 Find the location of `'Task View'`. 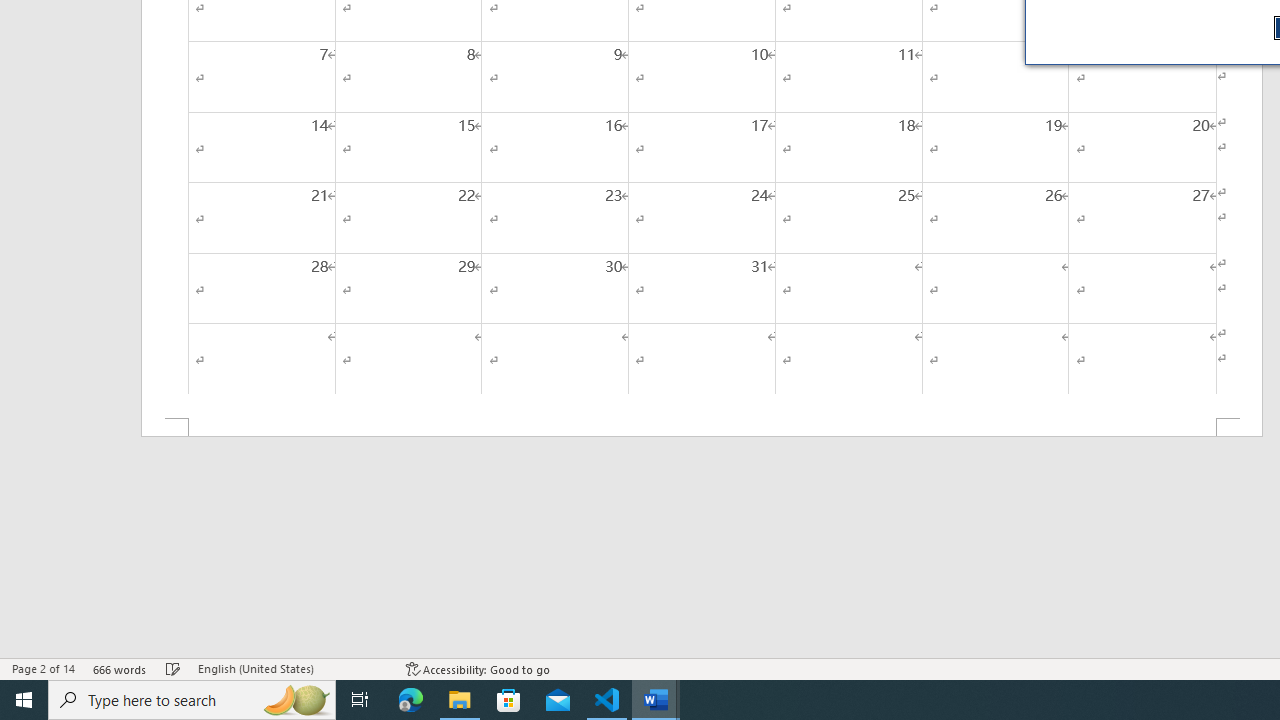

'Task View' is located at coordinates (359, 698).